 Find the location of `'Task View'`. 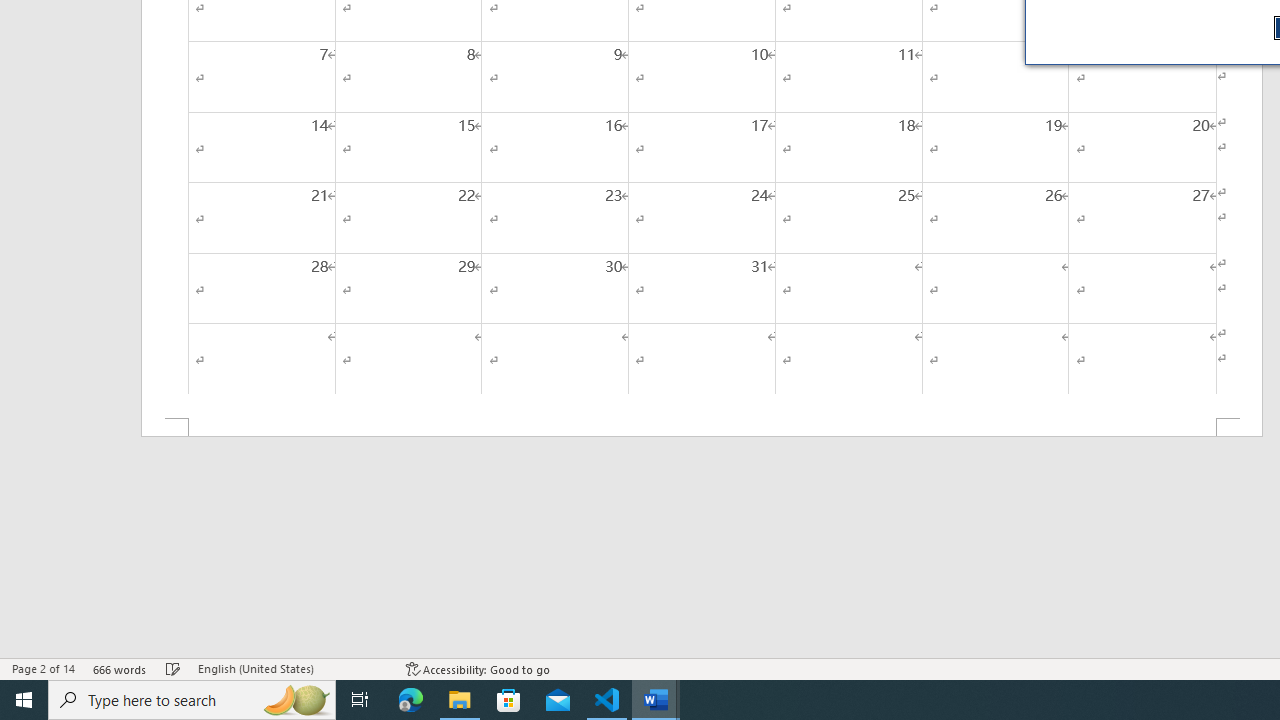

'Task View' is located at coordinates (359, 698).